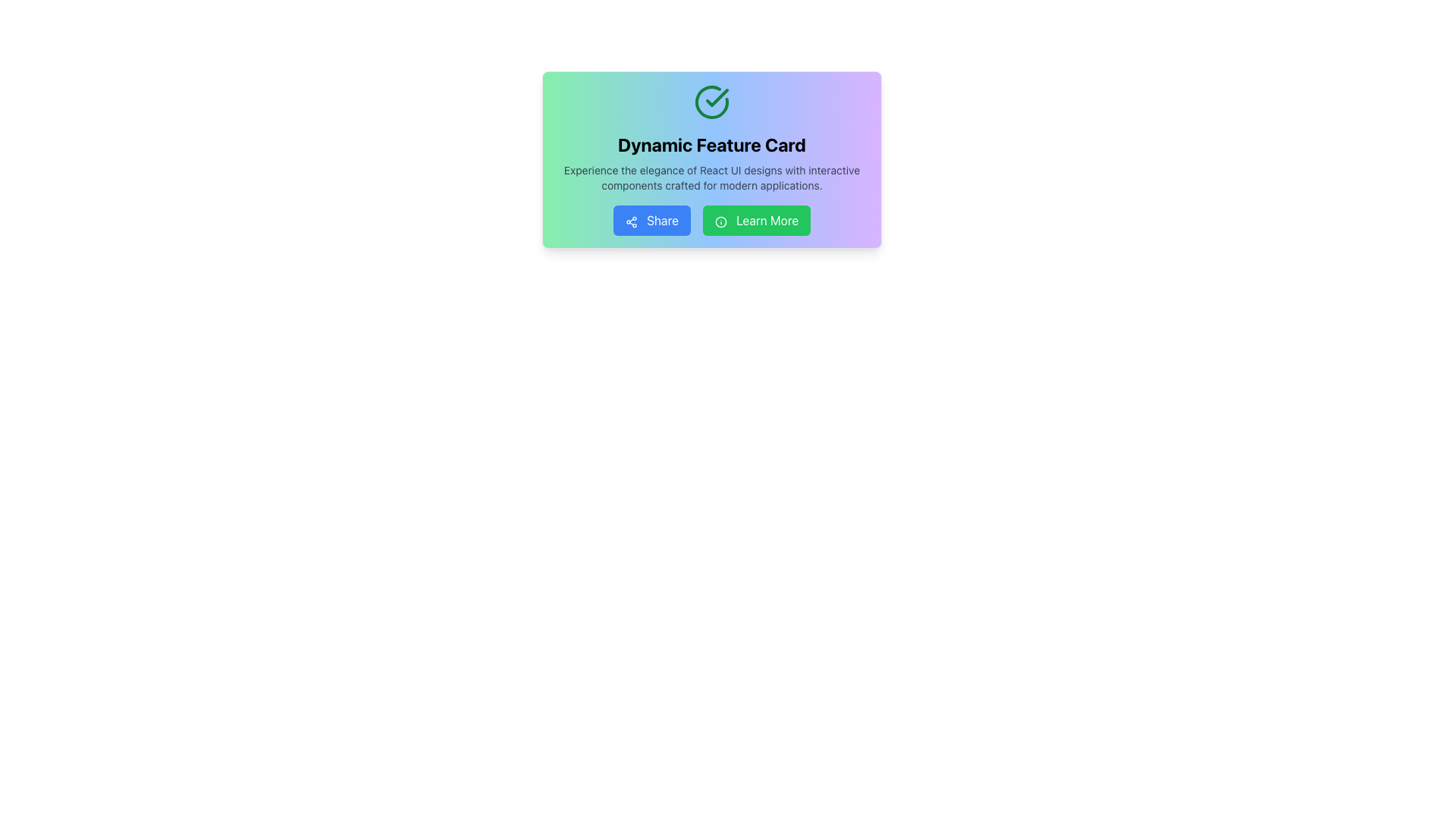 This screenshot has width=1456, height=819. What do you see at coordinates (757, 220) in the screenshot?
I see `the 'Learn More' button, which is a green rectangular button with white text and an 'i' icon, located in the bottom-right section of a card, positioned to the right of the 'Share' button` at bounding box center [757, 220].